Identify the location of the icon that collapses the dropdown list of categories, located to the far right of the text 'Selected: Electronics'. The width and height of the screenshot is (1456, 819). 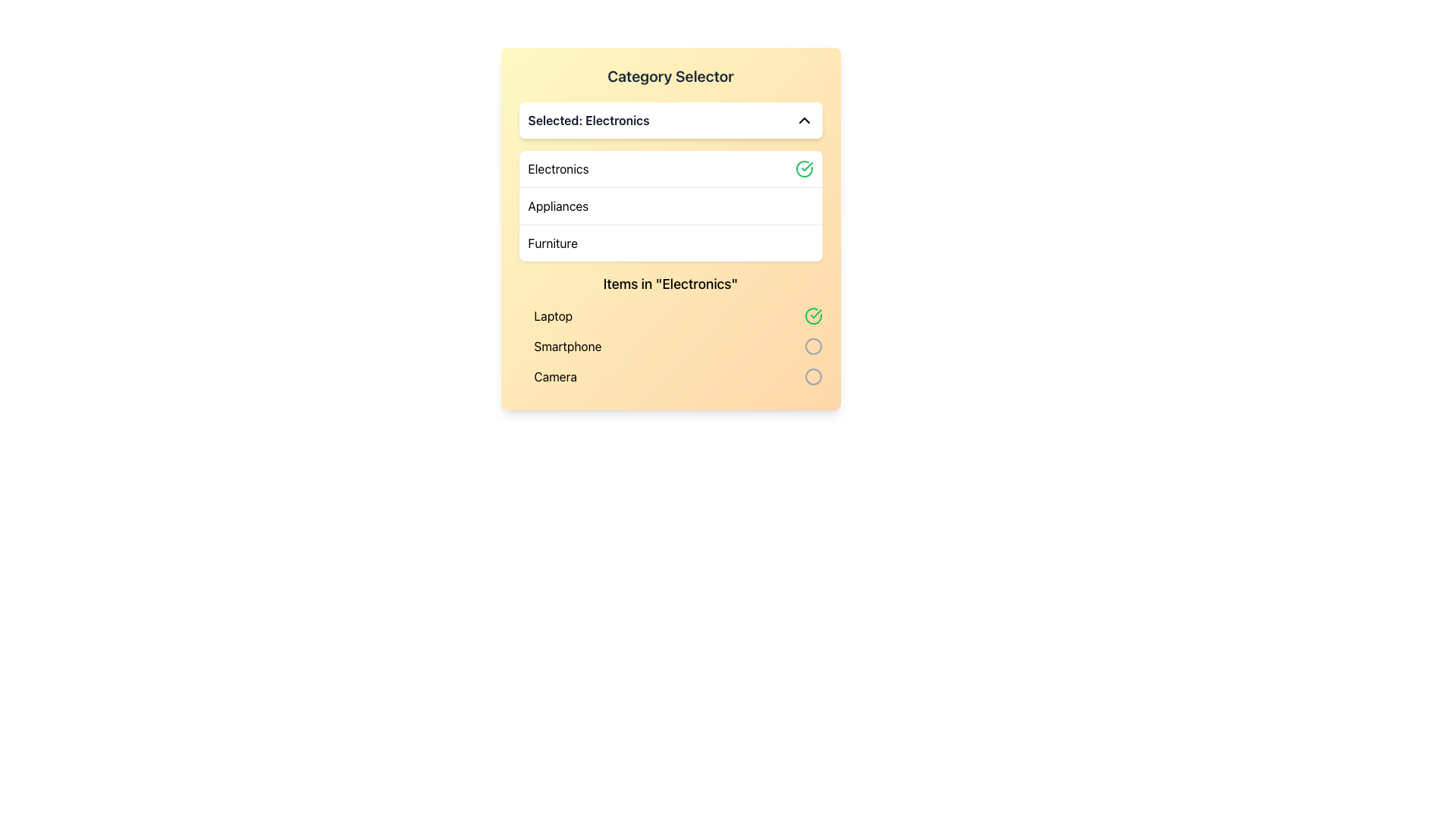
(803, 119).